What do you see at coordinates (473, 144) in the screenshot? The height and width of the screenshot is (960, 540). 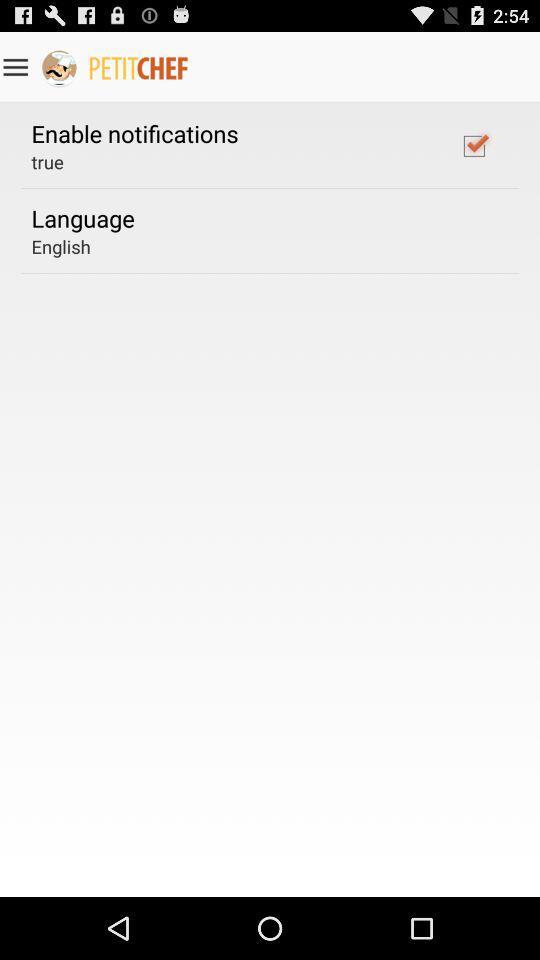 I see `the item next to the enable notifications icon` at bounding box center [473, 144].